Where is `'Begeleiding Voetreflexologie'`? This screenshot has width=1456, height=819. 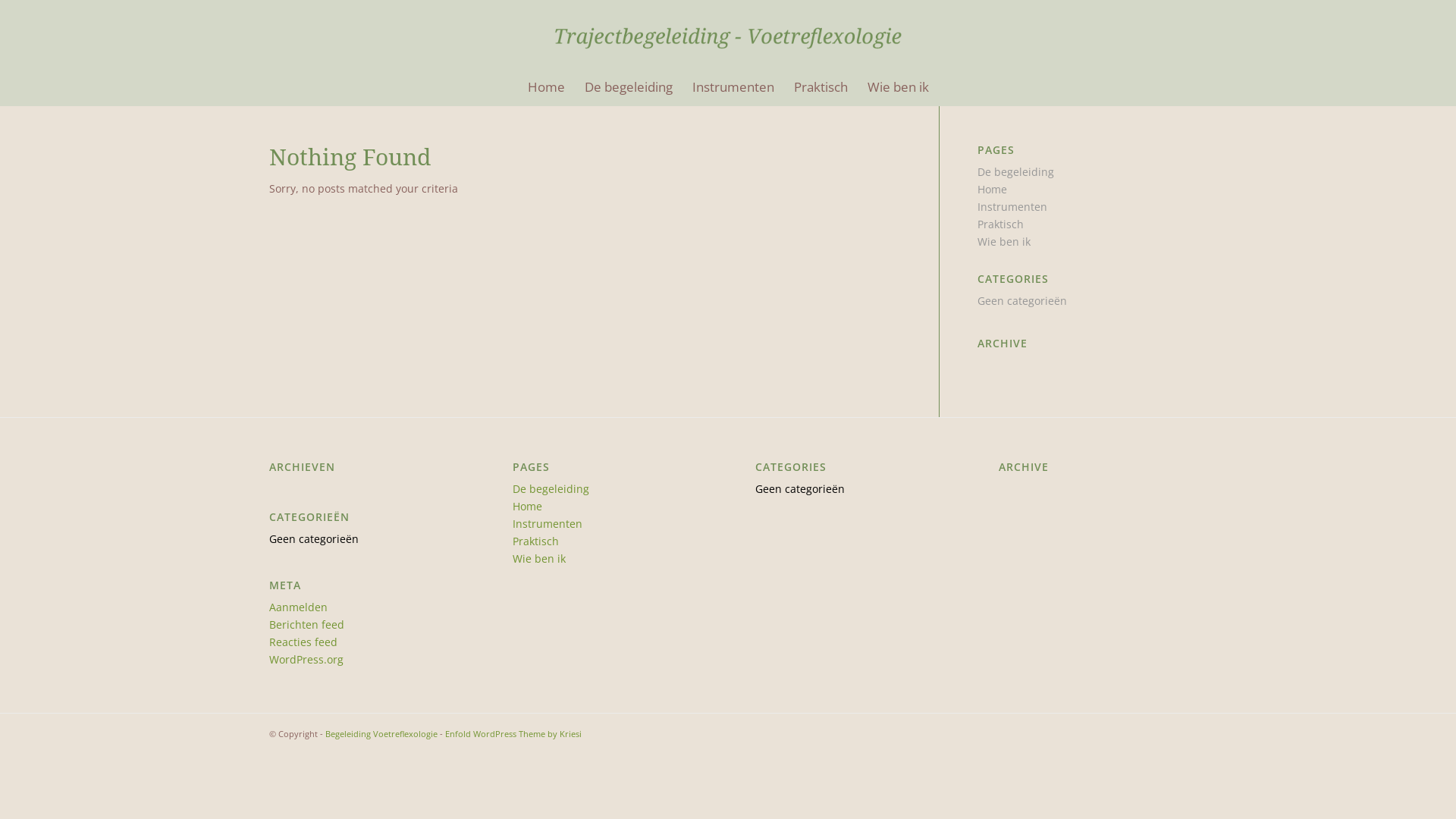 'Begeleiding Voetreflexologie' is located at coordinates (381, 733).